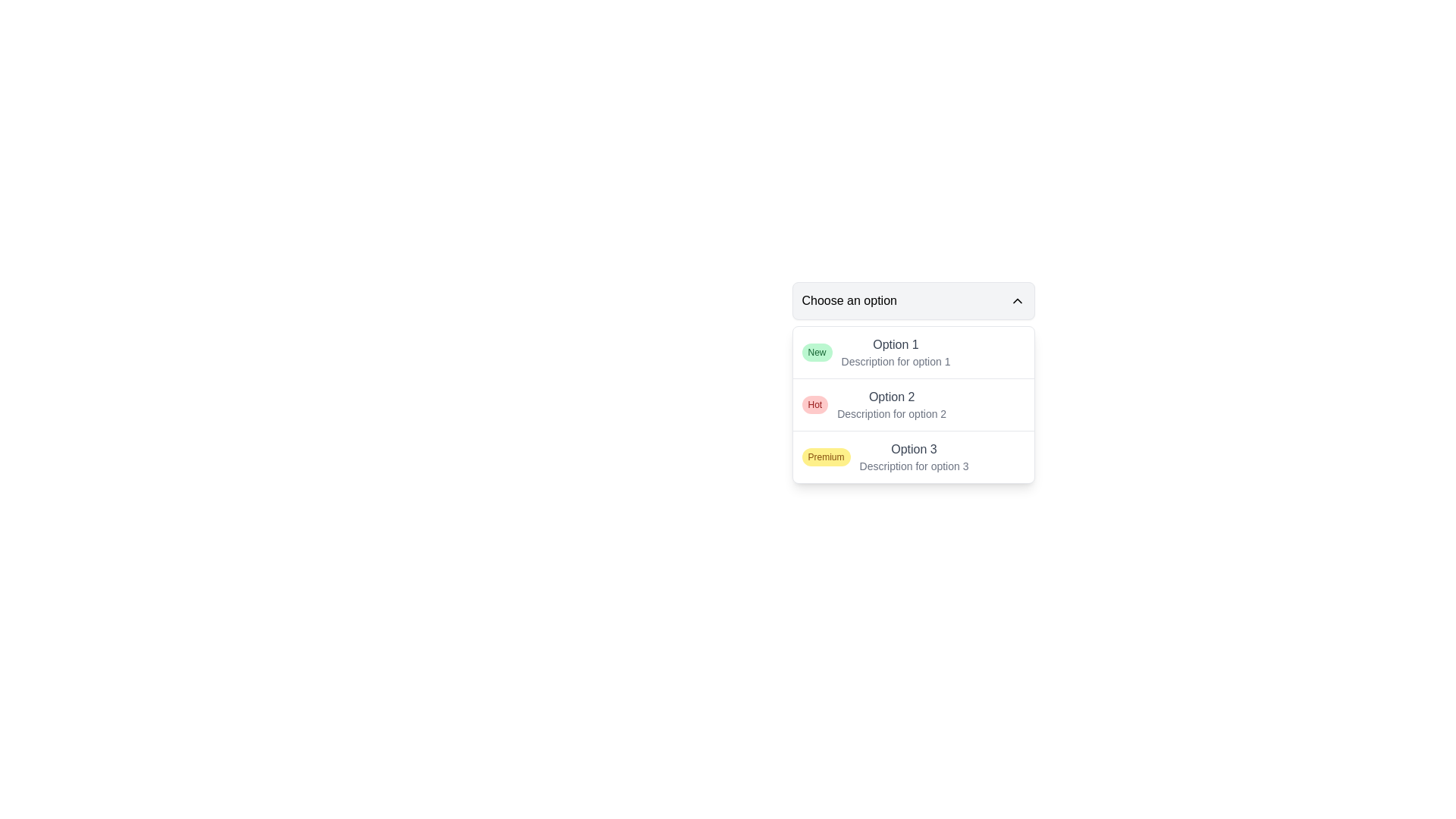 The width and height of the screenshot is (1456, 819). I want to click on the third list item labeled 'Option 3' within the dropdown menu, so click(913, 456).